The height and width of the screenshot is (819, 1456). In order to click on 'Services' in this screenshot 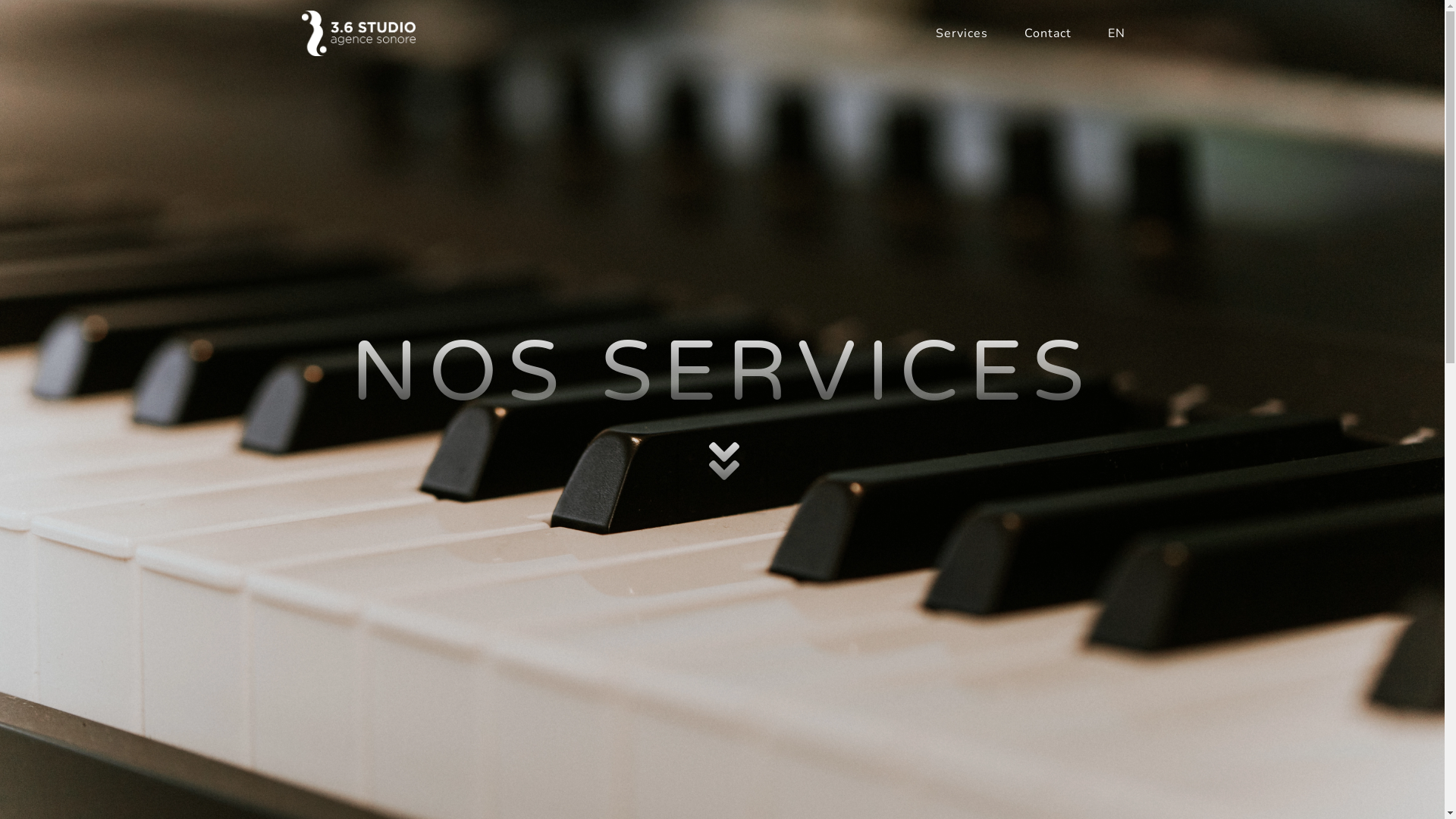, I will do `click(961, 33)`.